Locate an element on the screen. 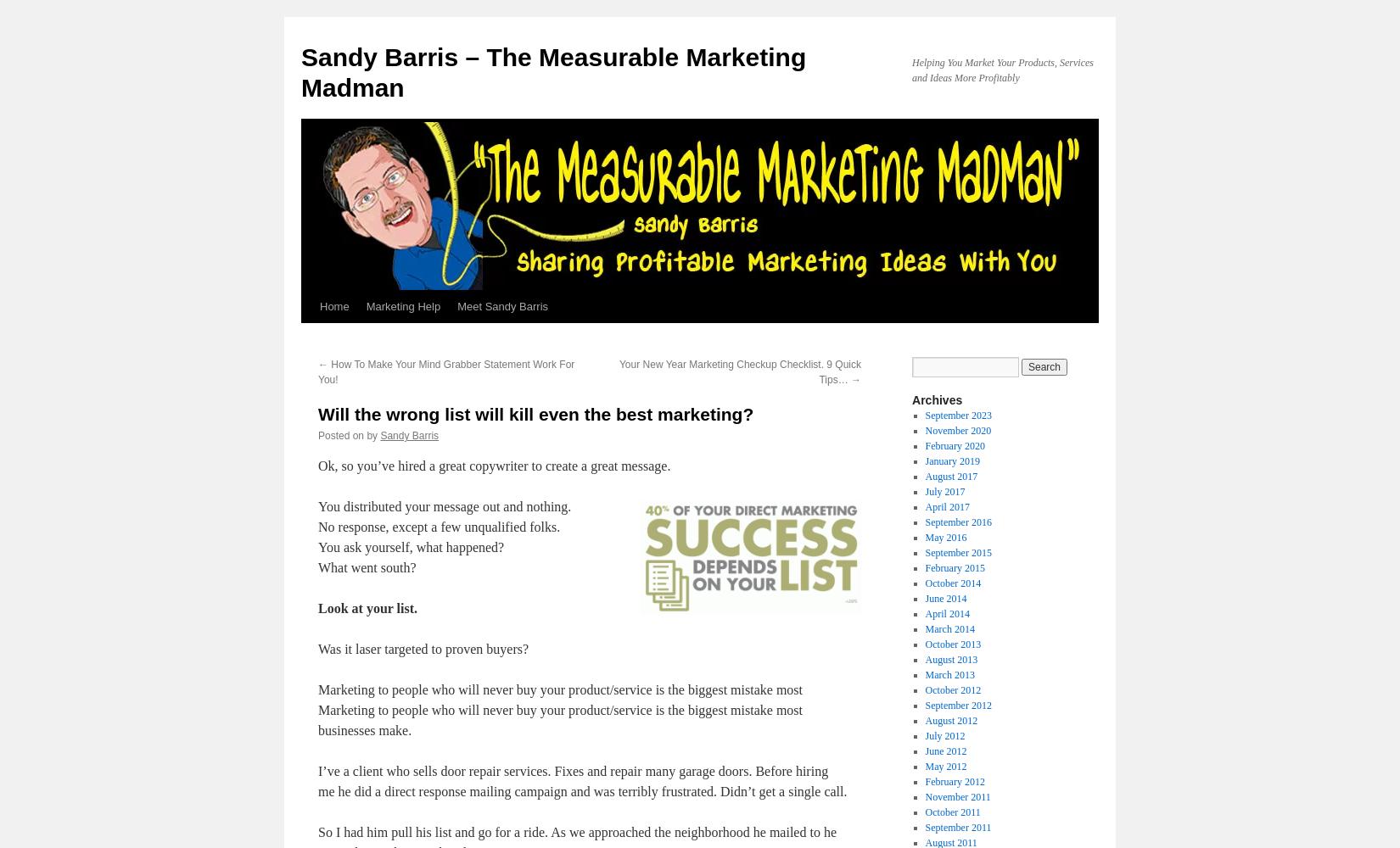 The width and height of the screenshot is (1400, 848). 'April 2014' is located at coordinates (947, 613).